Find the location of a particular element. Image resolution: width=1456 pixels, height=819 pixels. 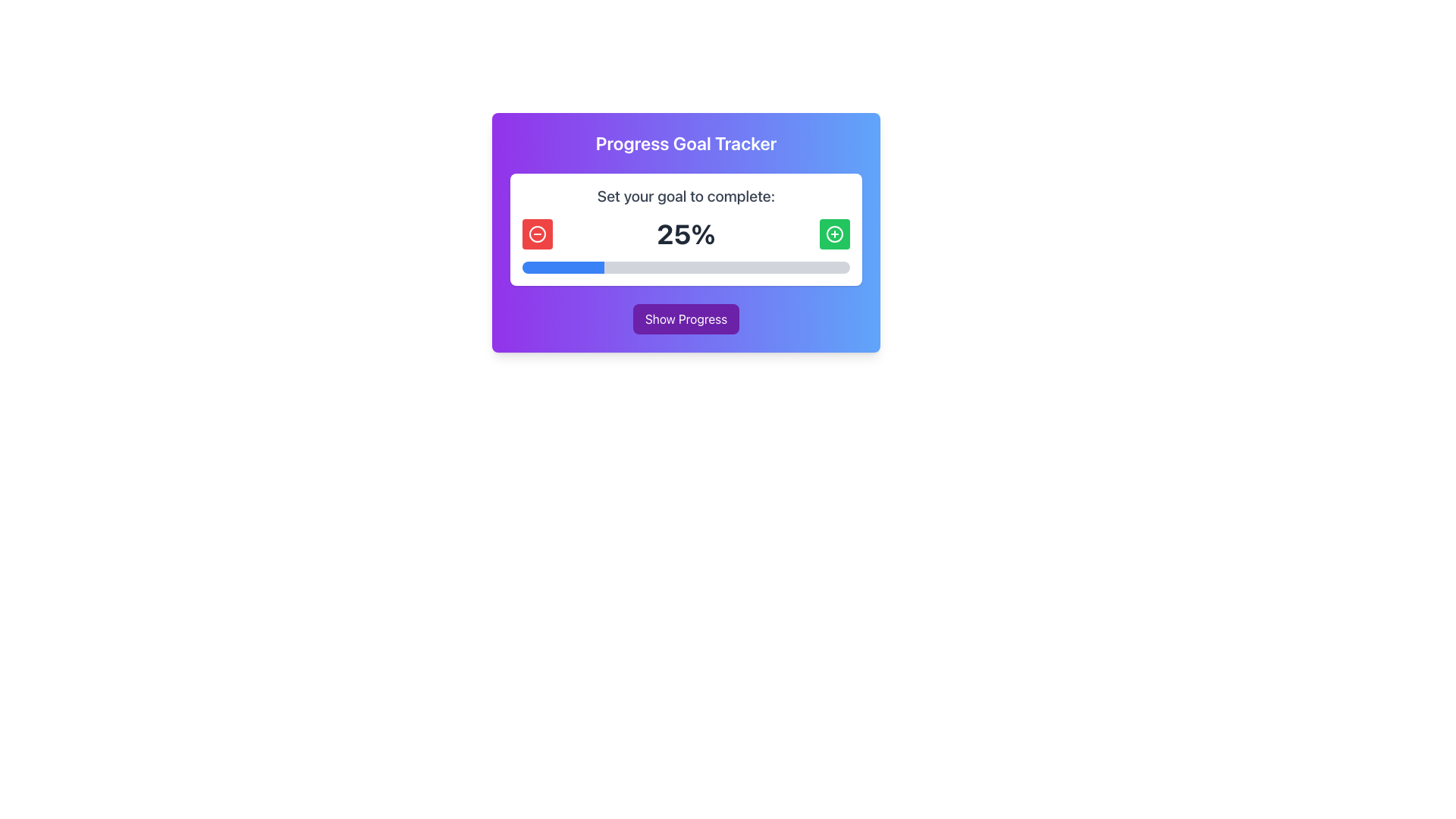

the SVG circle element that is part of the progress tracker, located to the right of the goal completion percentage indicator is located at coordinates (833, 234).